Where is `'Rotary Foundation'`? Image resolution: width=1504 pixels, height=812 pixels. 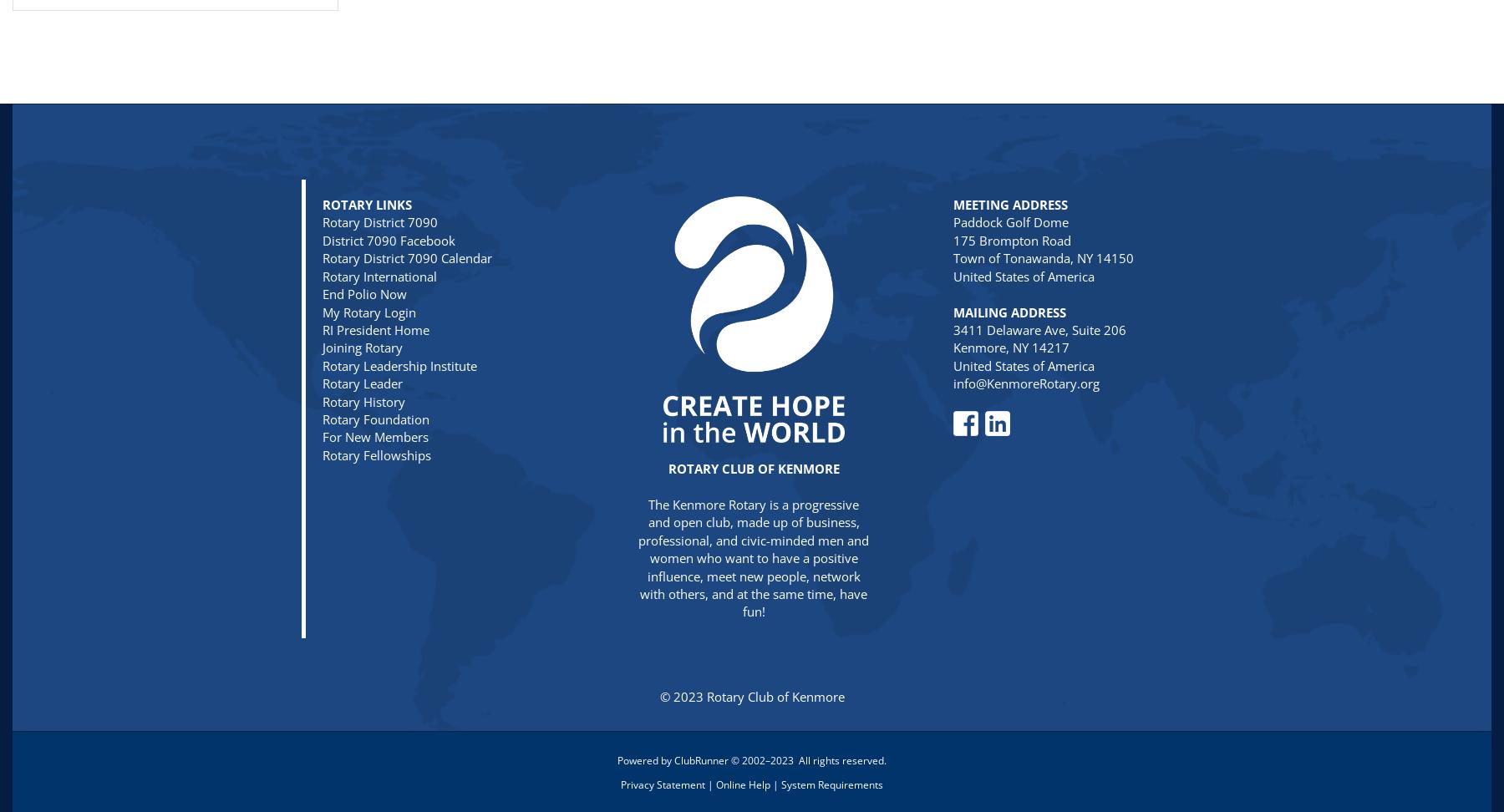 'Rotary Foundation' is located at coordinates (376, 419).